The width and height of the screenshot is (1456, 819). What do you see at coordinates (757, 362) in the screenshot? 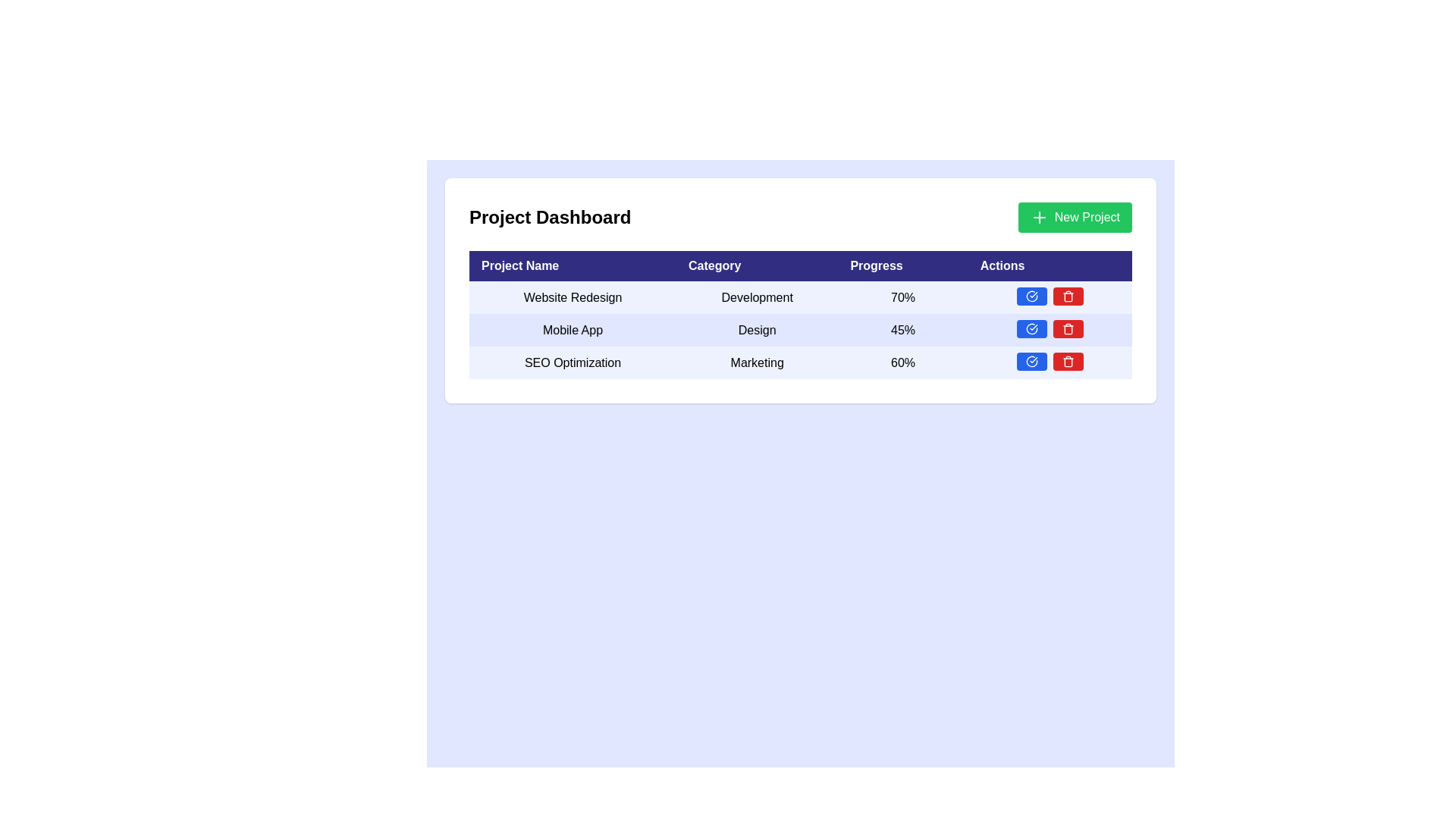
I see `static text labeled 'Marketing' located in the 'Category' column of the third row in the data table associated with 'SEO Optimization'` at bounding box center [757, 362].